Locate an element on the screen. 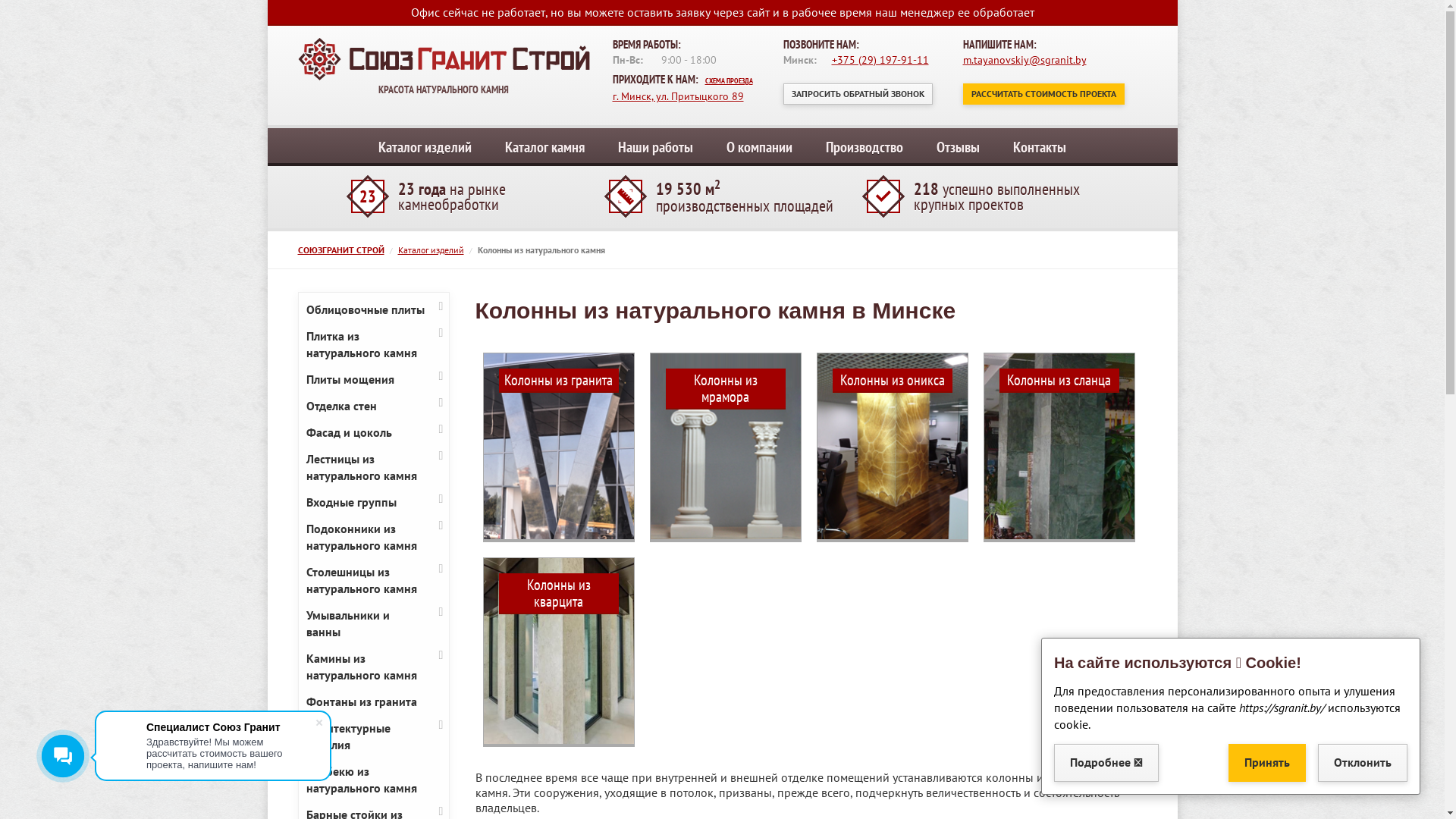 Image resolution: width=1456 pixels, height=819 pixels. 'm.tayanovskiy@sgranit.by' is located at coordinates (962, 58).